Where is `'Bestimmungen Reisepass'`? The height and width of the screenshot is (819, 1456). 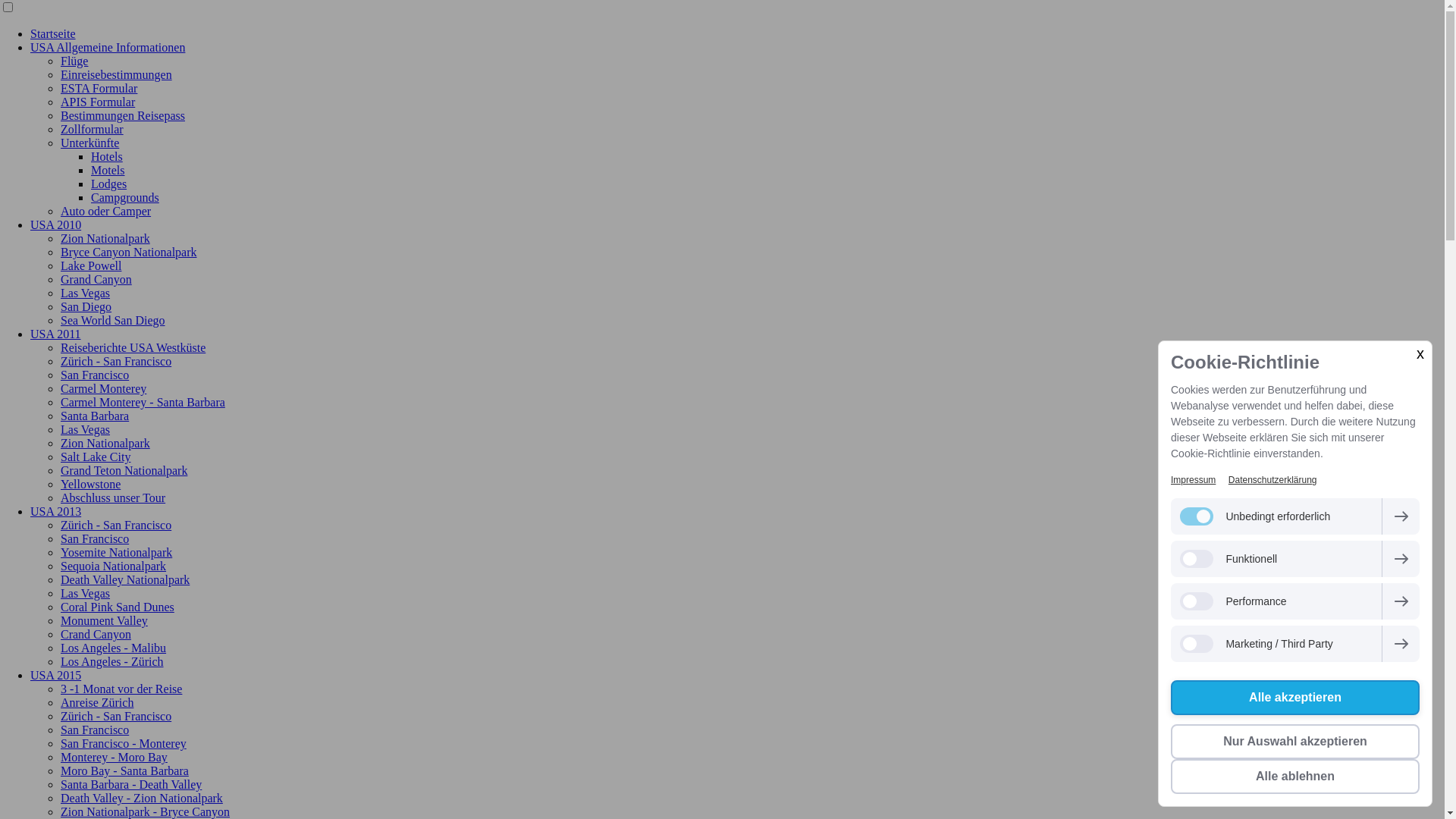 'Bestimmungen Reisepass' is located at coordinates (123, 115).